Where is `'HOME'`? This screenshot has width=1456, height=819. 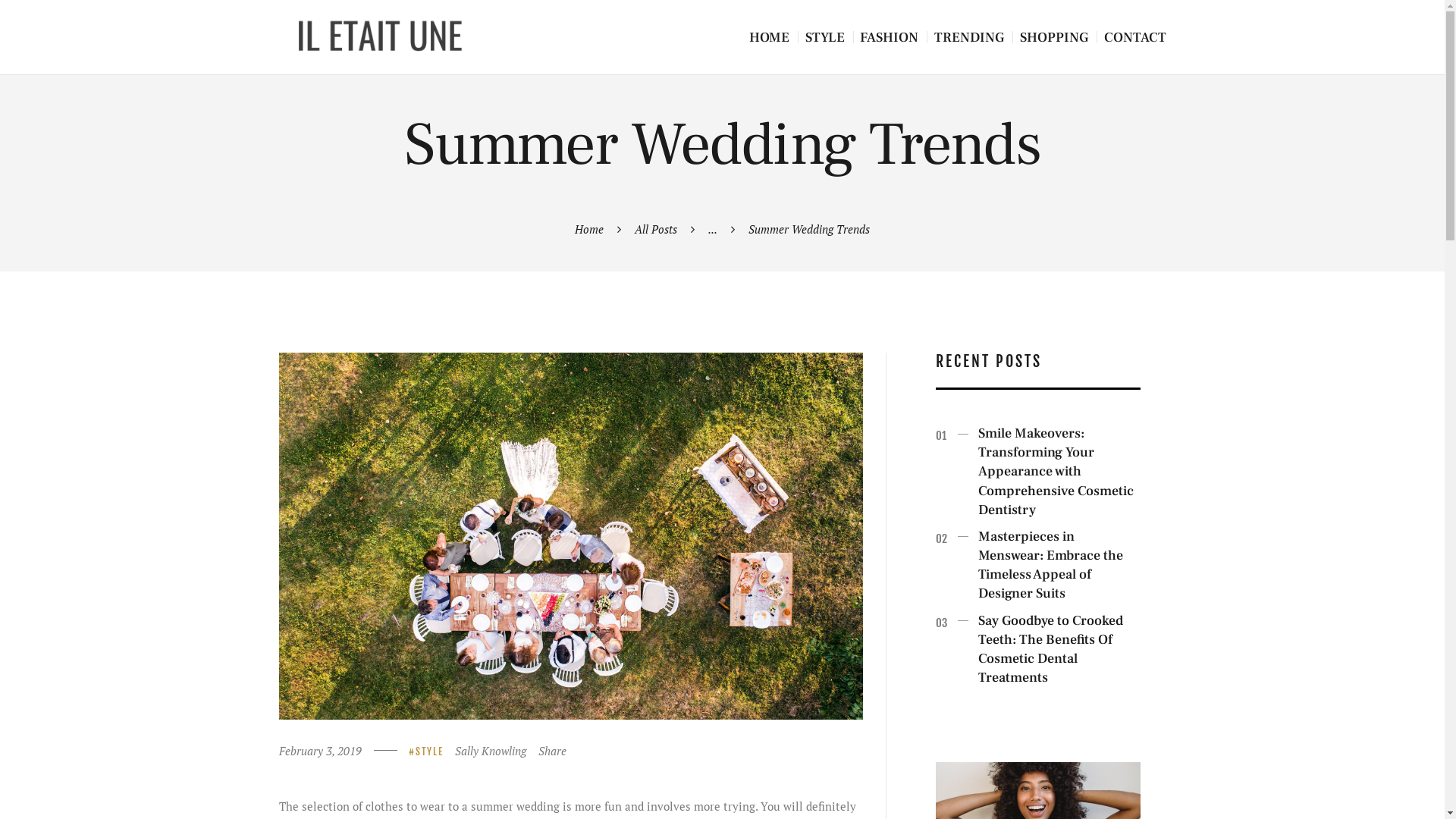
'HOME' is located at coordinates (769, 36).